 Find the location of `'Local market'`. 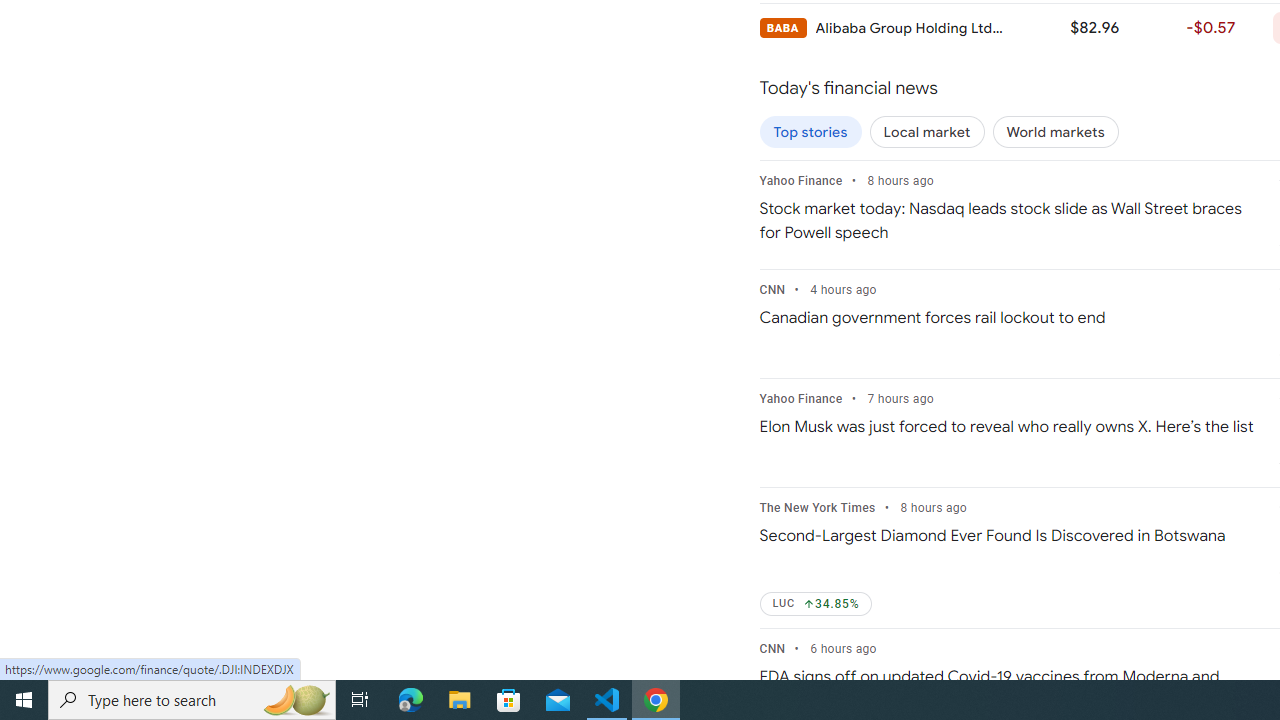

'Local market' is located at coordinates (926, 132).